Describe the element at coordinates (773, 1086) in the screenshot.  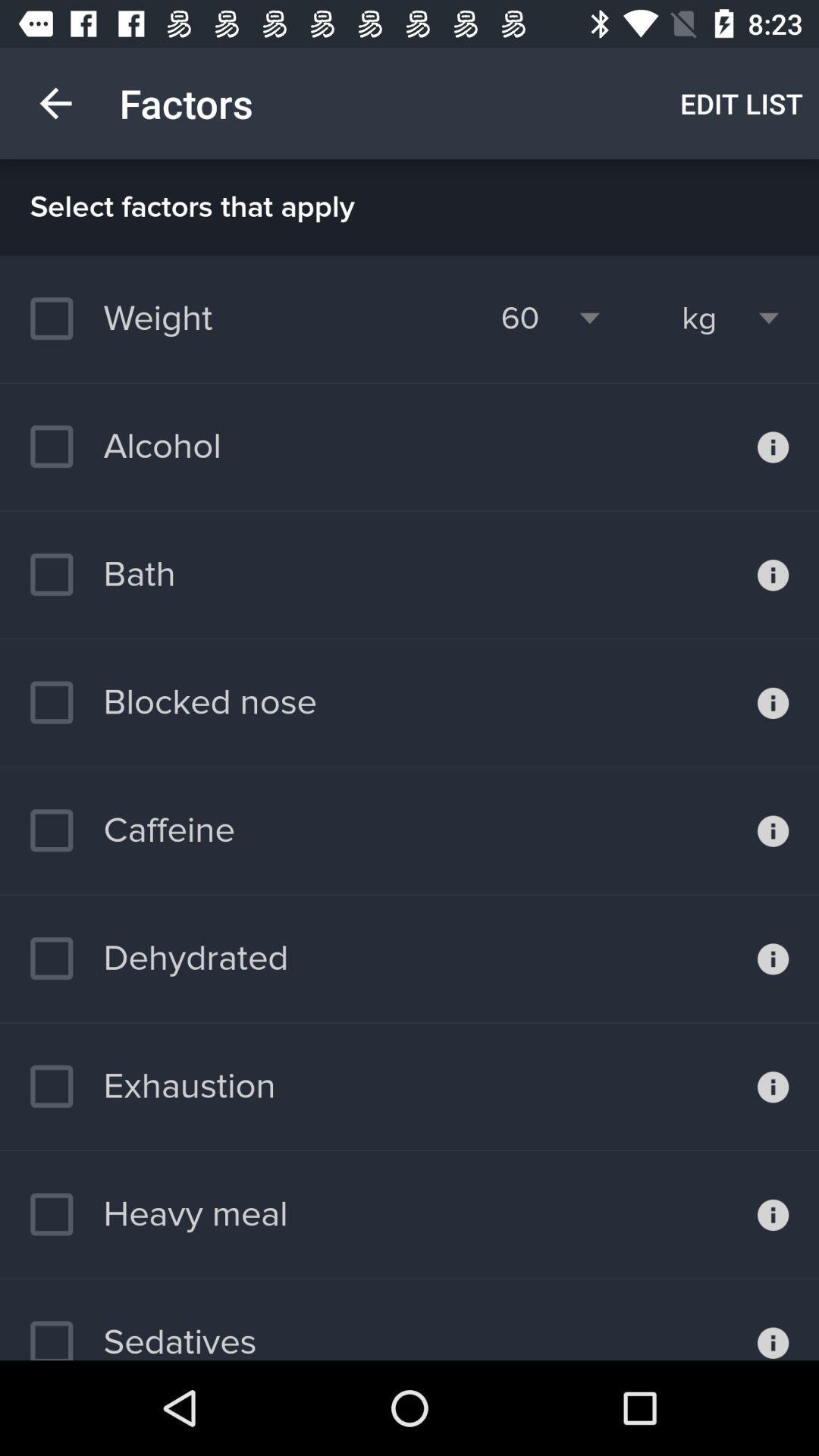
I see `information on exhaustion factor` at that location.